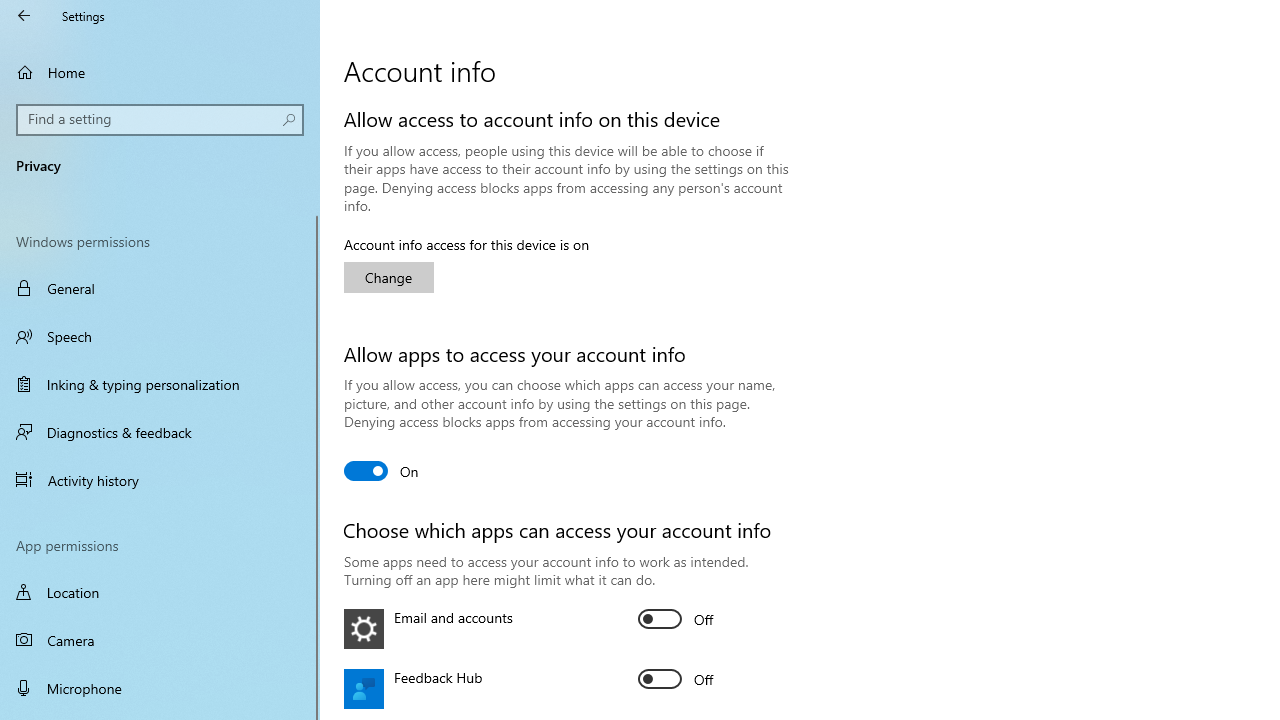 The height and width of the screenshot is (720, 1280). Describe the element at coordinates (160, 431) in the screenshot. I see `'Diagnostics & feedback'` at that location.